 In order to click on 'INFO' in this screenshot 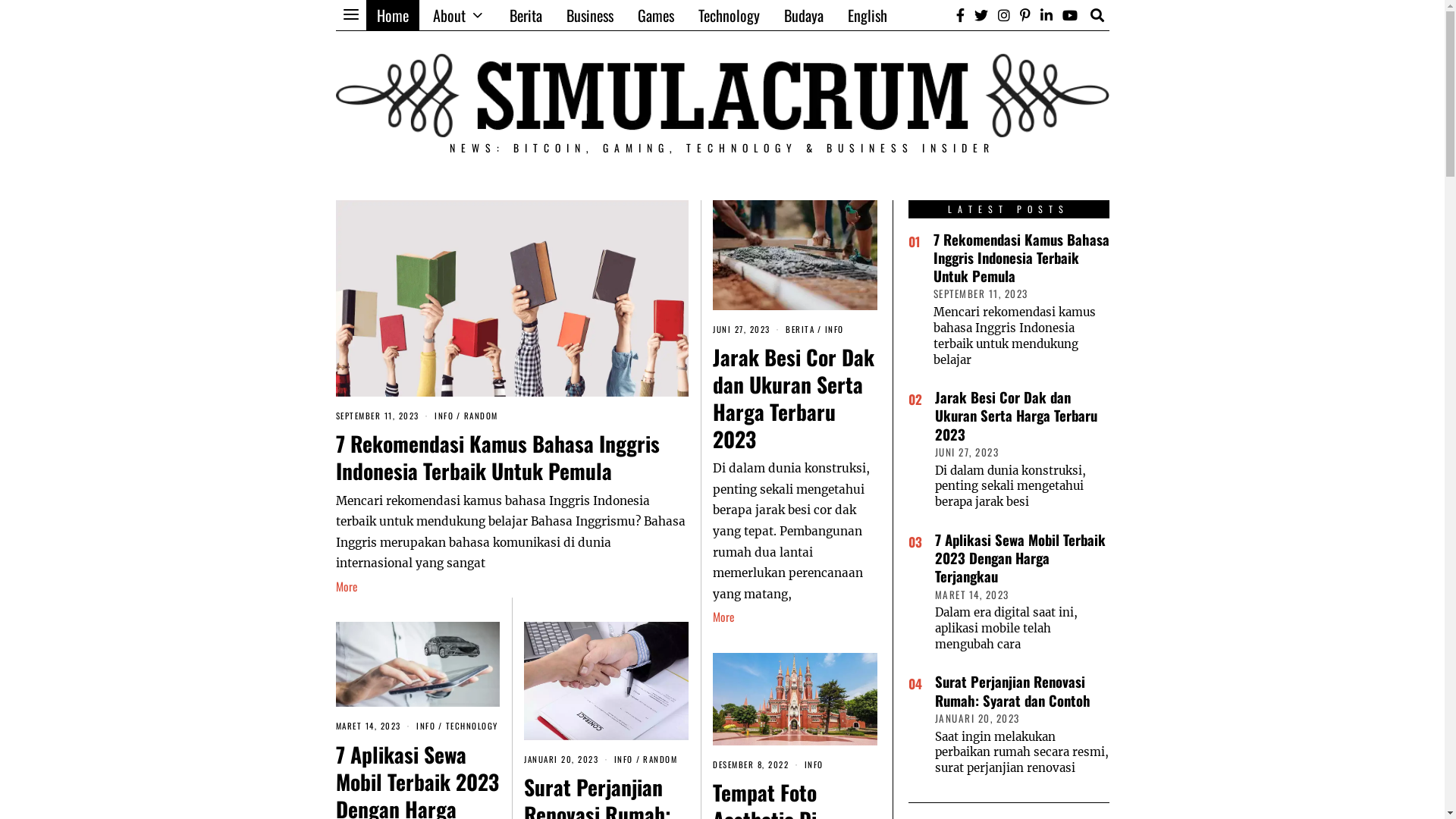, I will do `click(416, 724)`.